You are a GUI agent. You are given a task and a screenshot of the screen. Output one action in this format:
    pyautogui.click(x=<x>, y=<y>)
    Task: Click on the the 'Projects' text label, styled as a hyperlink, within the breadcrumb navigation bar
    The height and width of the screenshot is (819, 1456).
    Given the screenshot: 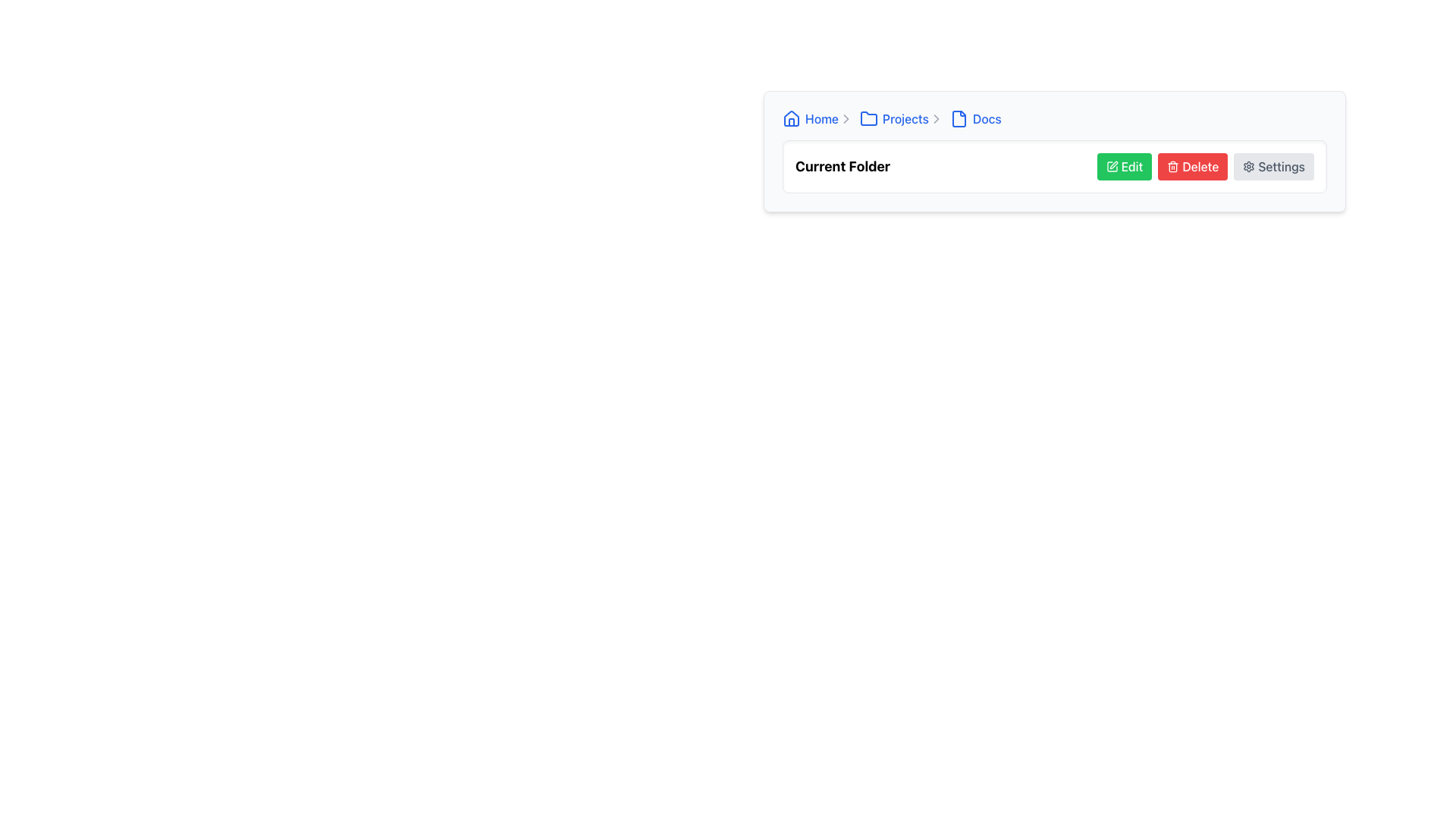 What is the action you would take?
    pyautogui.click(x=905, y=118)
    